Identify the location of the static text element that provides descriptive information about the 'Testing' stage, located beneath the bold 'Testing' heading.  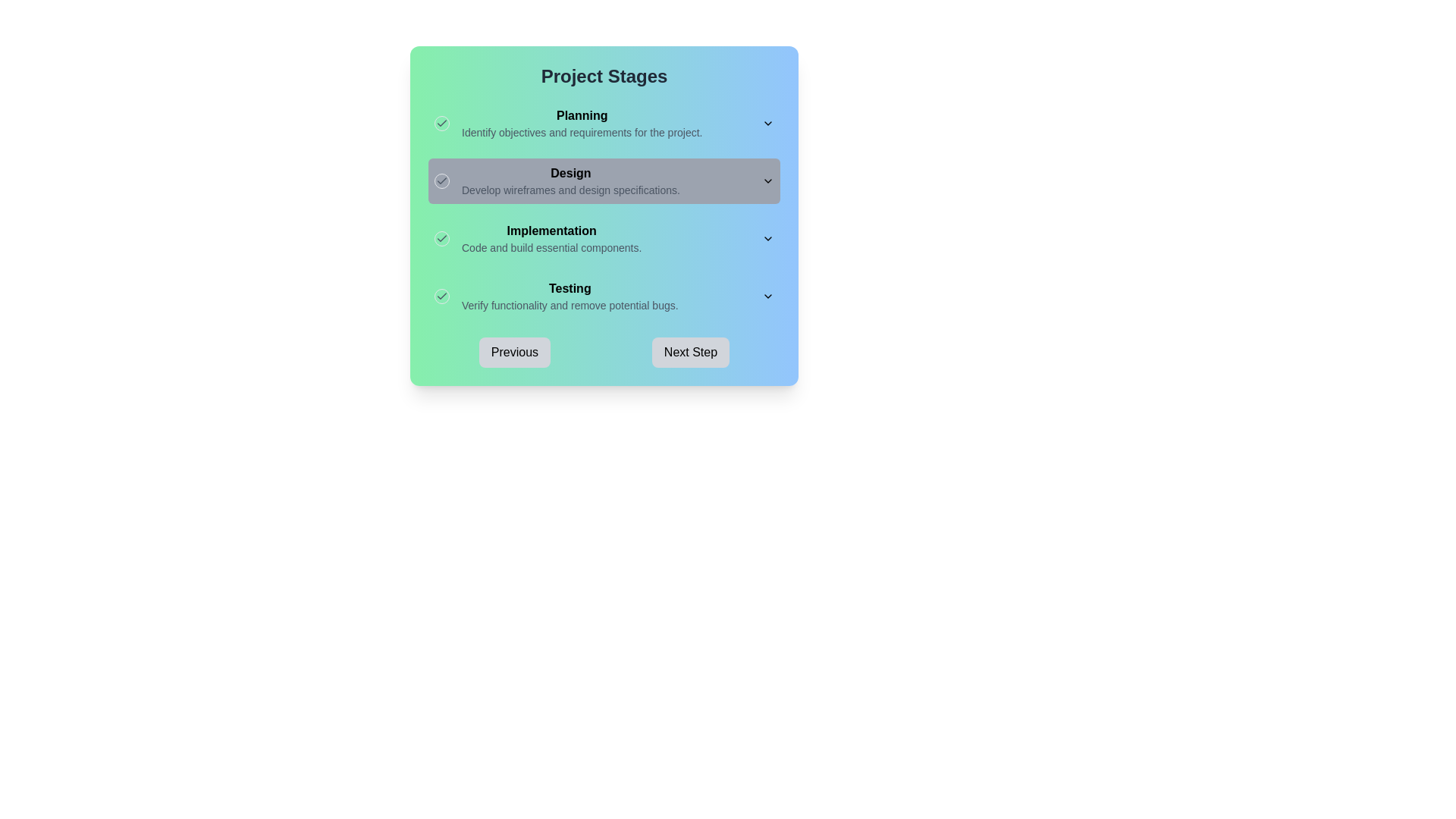
(569, 305).